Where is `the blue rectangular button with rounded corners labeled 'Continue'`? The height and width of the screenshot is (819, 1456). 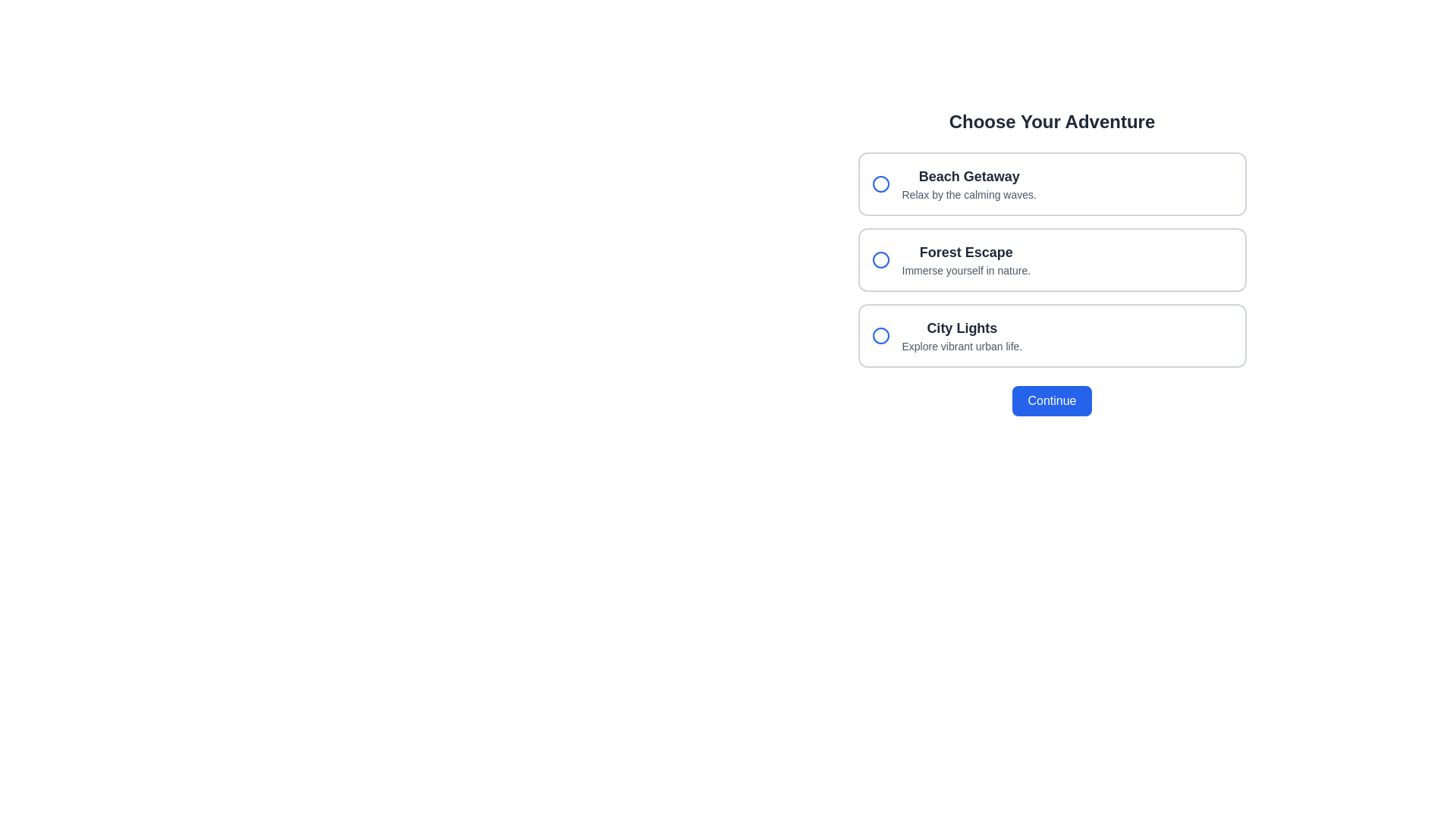 the blue rectangular button with rounded corners labeled 'Continue' is located at coordinates (1051, 400).